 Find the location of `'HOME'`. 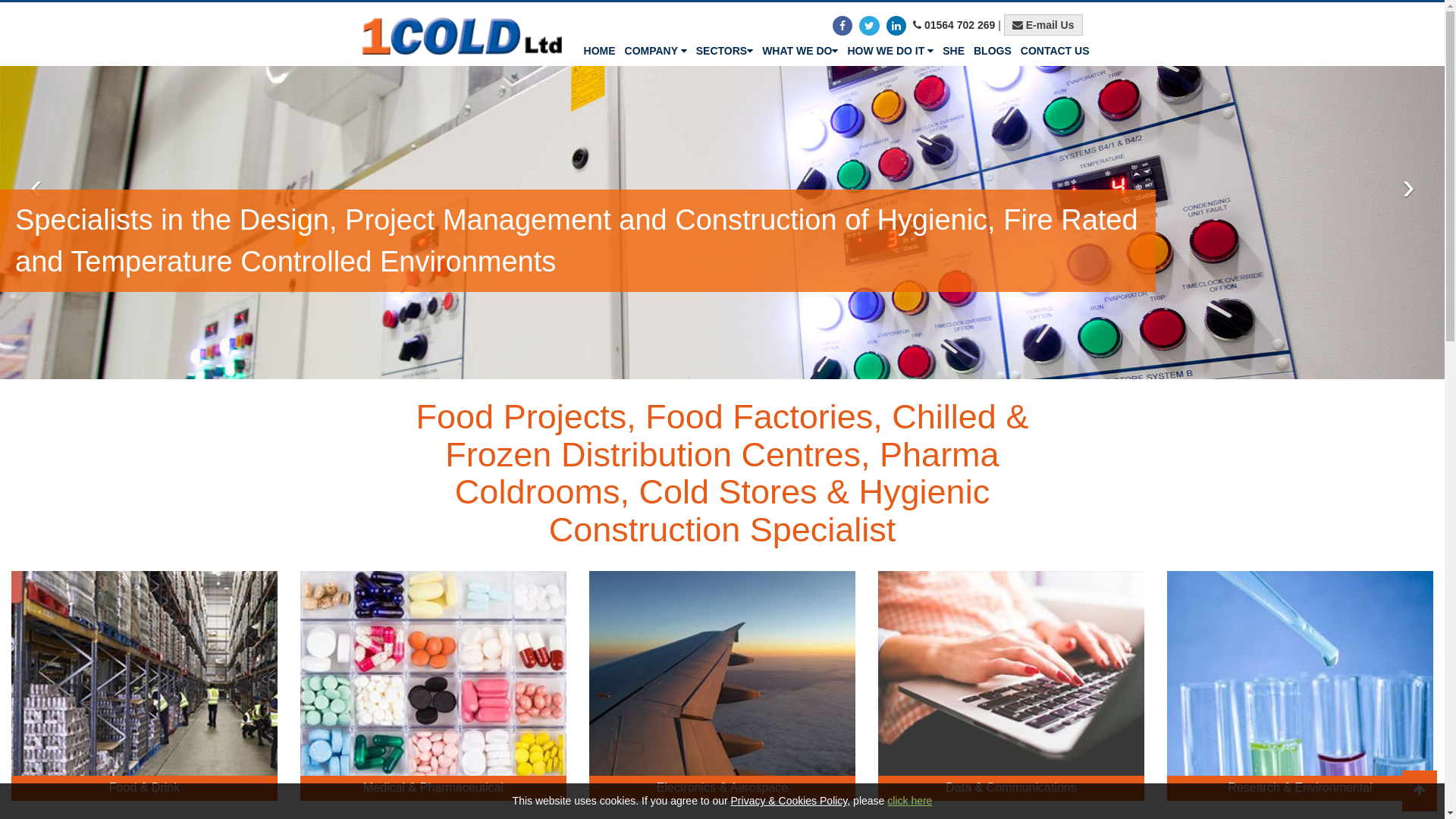

'HOME' is located at coordinates (599, 49).